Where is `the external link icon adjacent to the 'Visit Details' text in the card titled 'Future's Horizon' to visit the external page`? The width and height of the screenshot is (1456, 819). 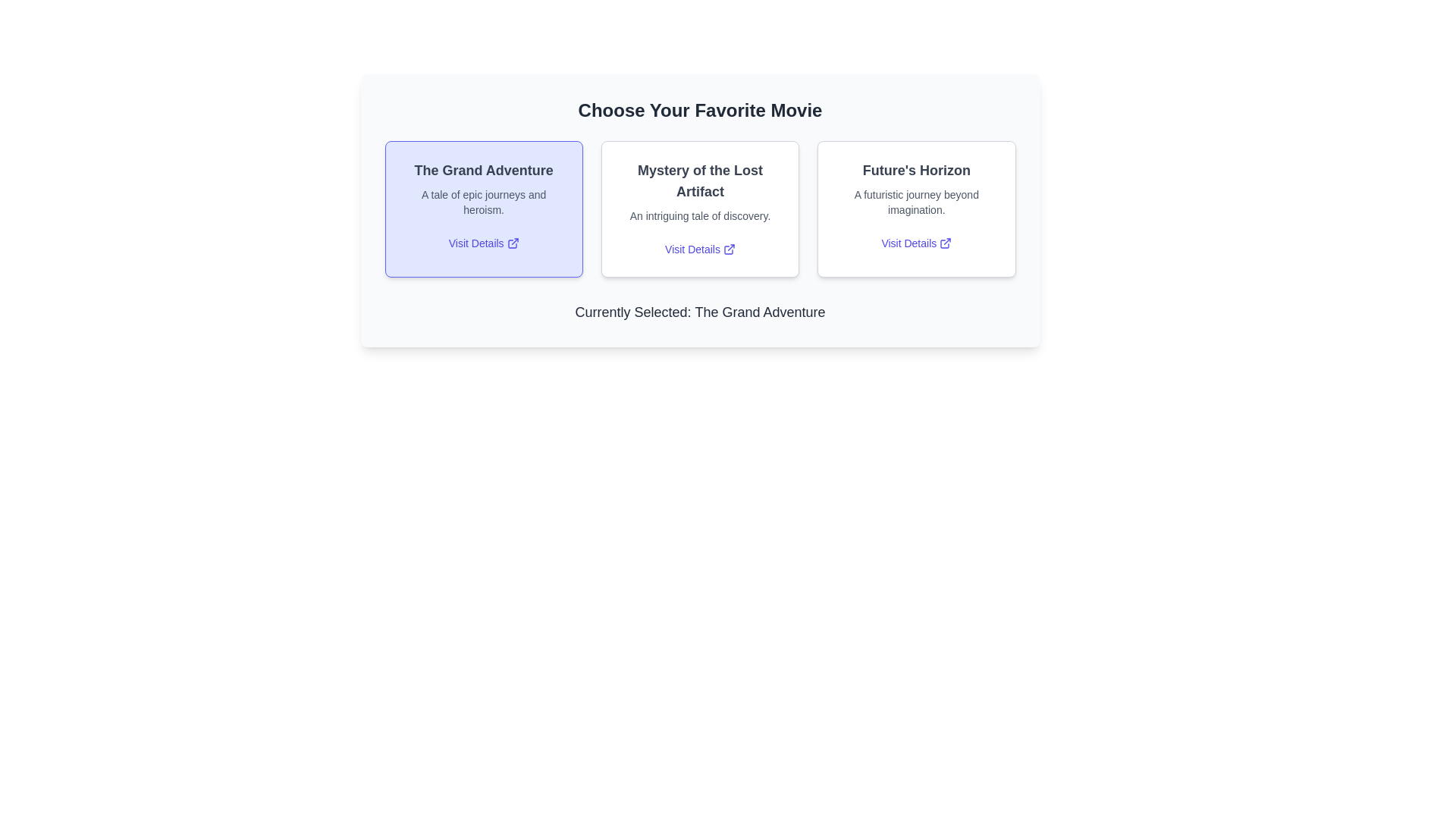 the external link icon adjacent to the 'Visit Details' text in the card titled 'Future's Horizon' to visit the external page is located at coordinates (945, 242).